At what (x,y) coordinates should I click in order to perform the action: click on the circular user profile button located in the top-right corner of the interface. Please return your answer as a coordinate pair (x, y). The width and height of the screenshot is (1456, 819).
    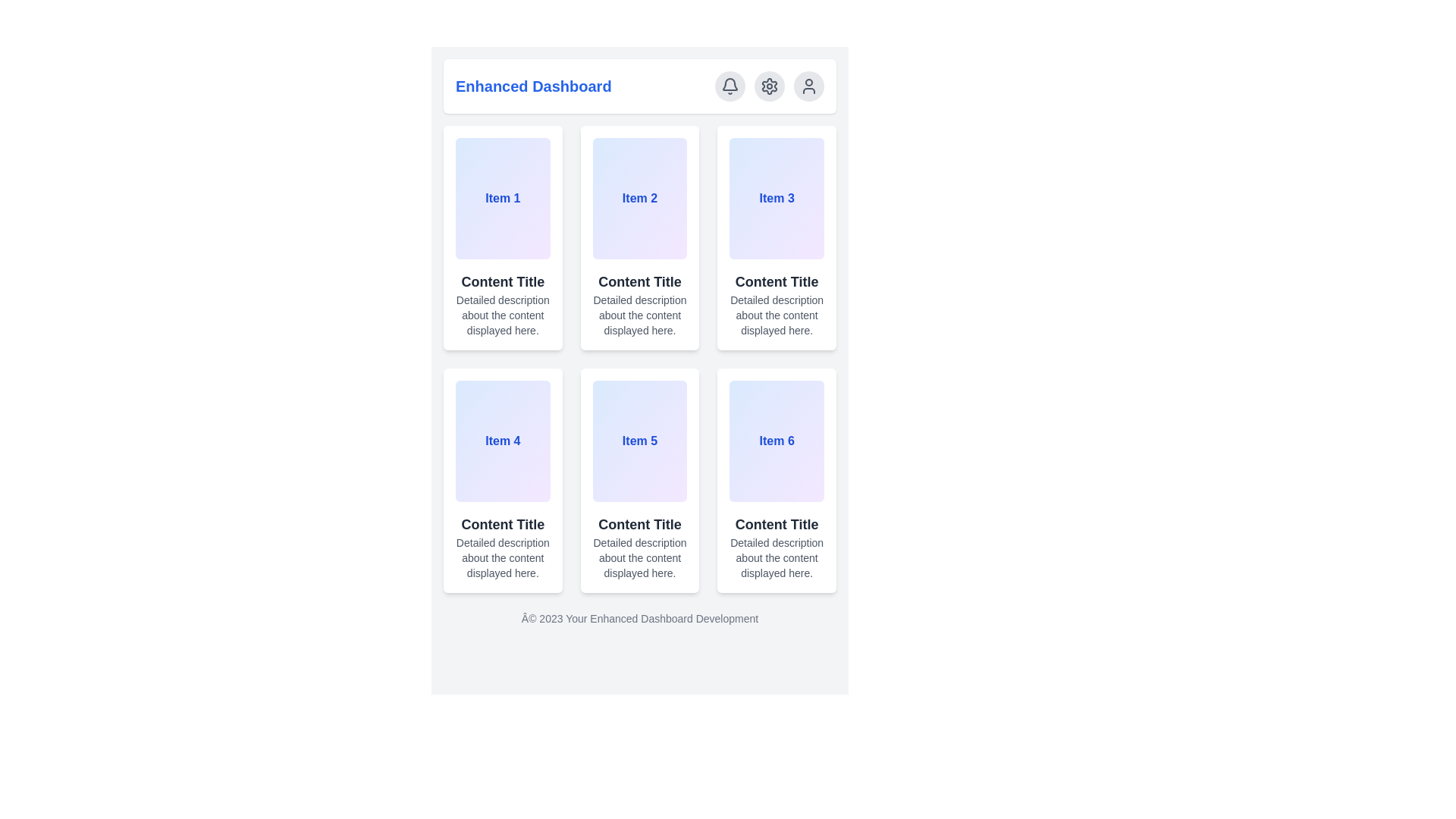
    Looking at the image, I should click on (808, 86).